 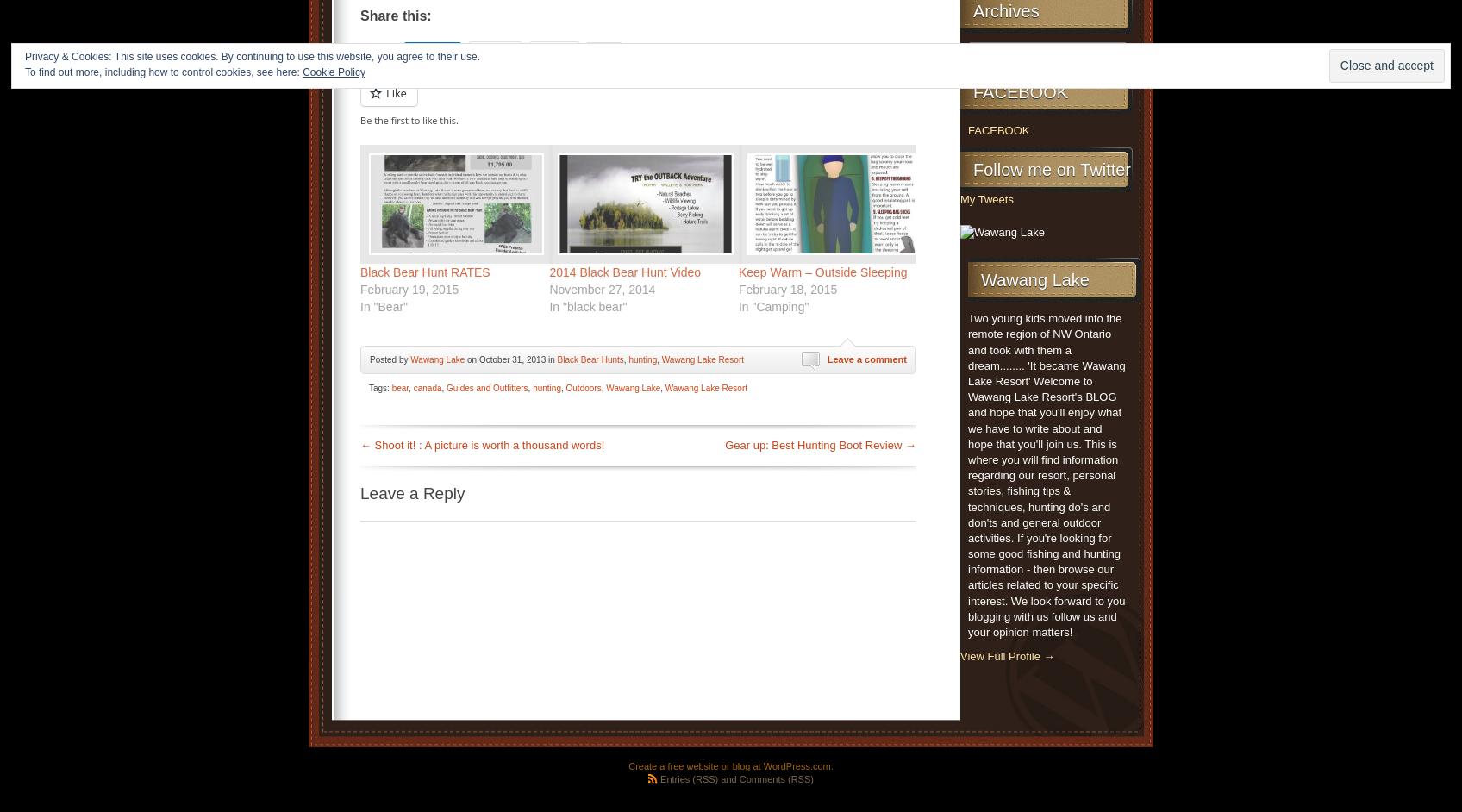 What do you see at coordinates (986, 198) in the screenshot?
I see `'My Tweets'` at bounding box center [986, 198].